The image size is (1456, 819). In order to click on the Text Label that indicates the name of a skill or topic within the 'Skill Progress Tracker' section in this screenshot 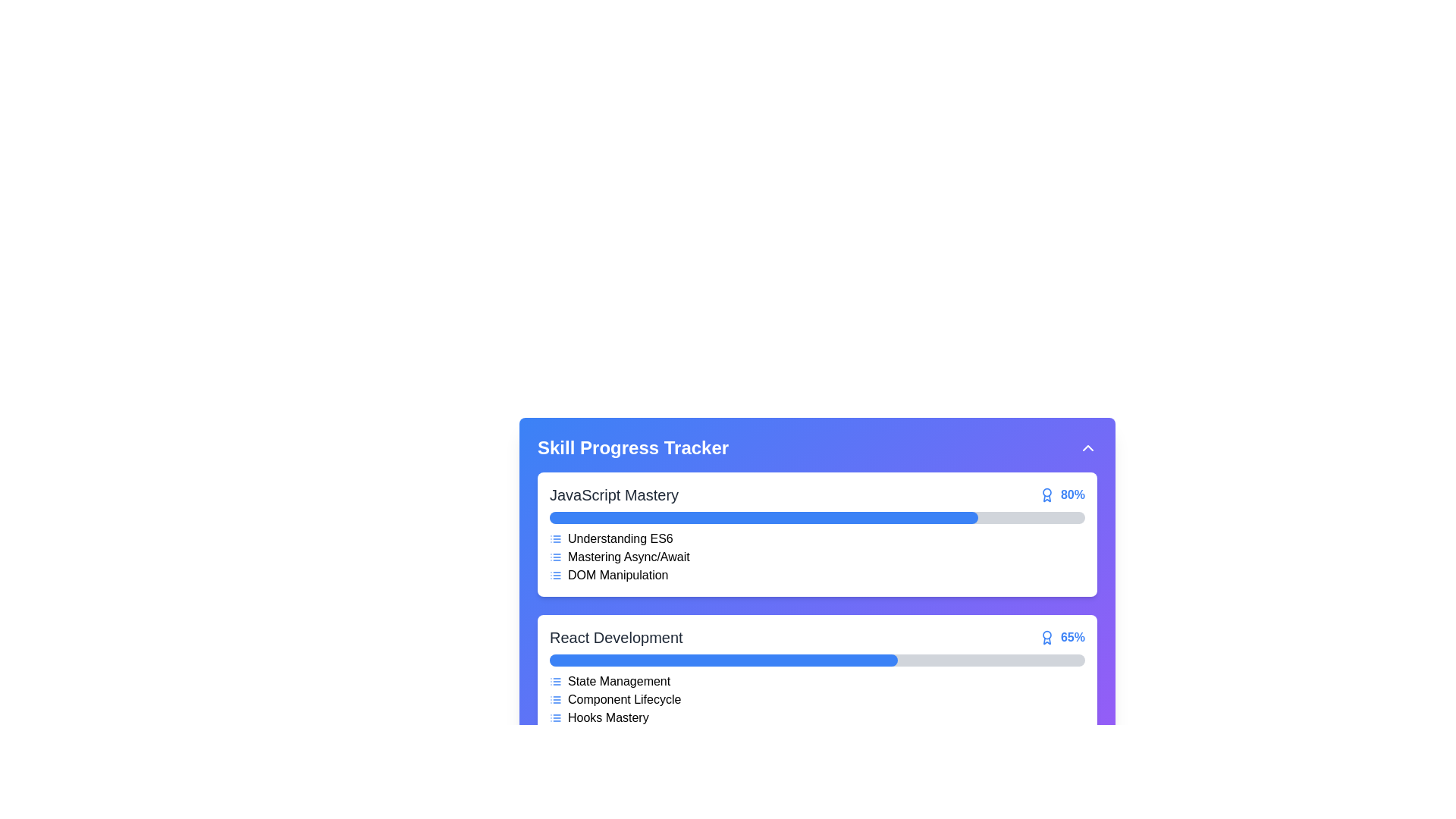, I will do `click(614, 494)`.